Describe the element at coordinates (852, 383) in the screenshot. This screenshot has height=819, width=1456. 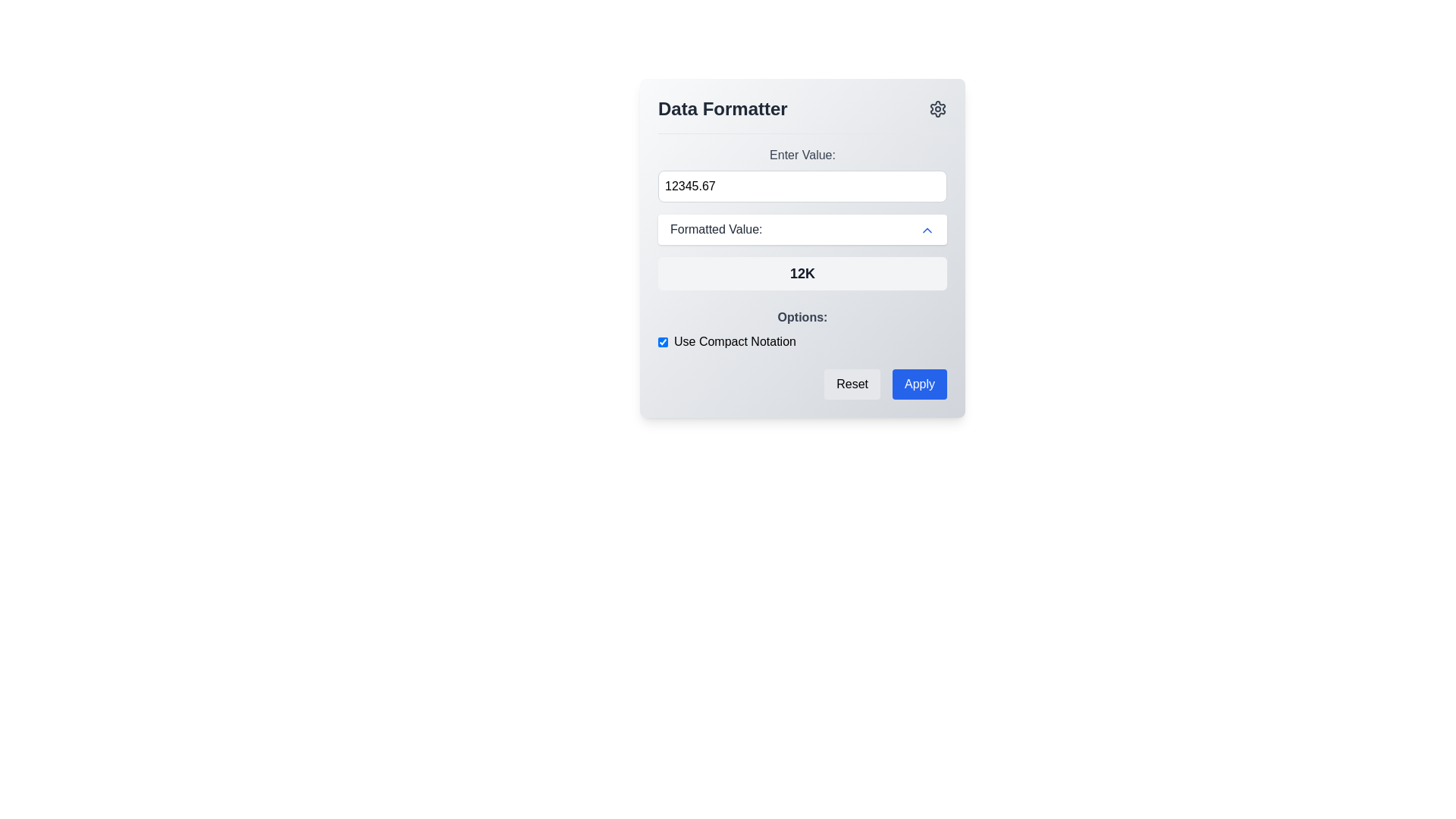
I see `the 'Reset' button, which is the leftmost button in a group of two buttons at the bottom-right area of a card-like interface` at that location.